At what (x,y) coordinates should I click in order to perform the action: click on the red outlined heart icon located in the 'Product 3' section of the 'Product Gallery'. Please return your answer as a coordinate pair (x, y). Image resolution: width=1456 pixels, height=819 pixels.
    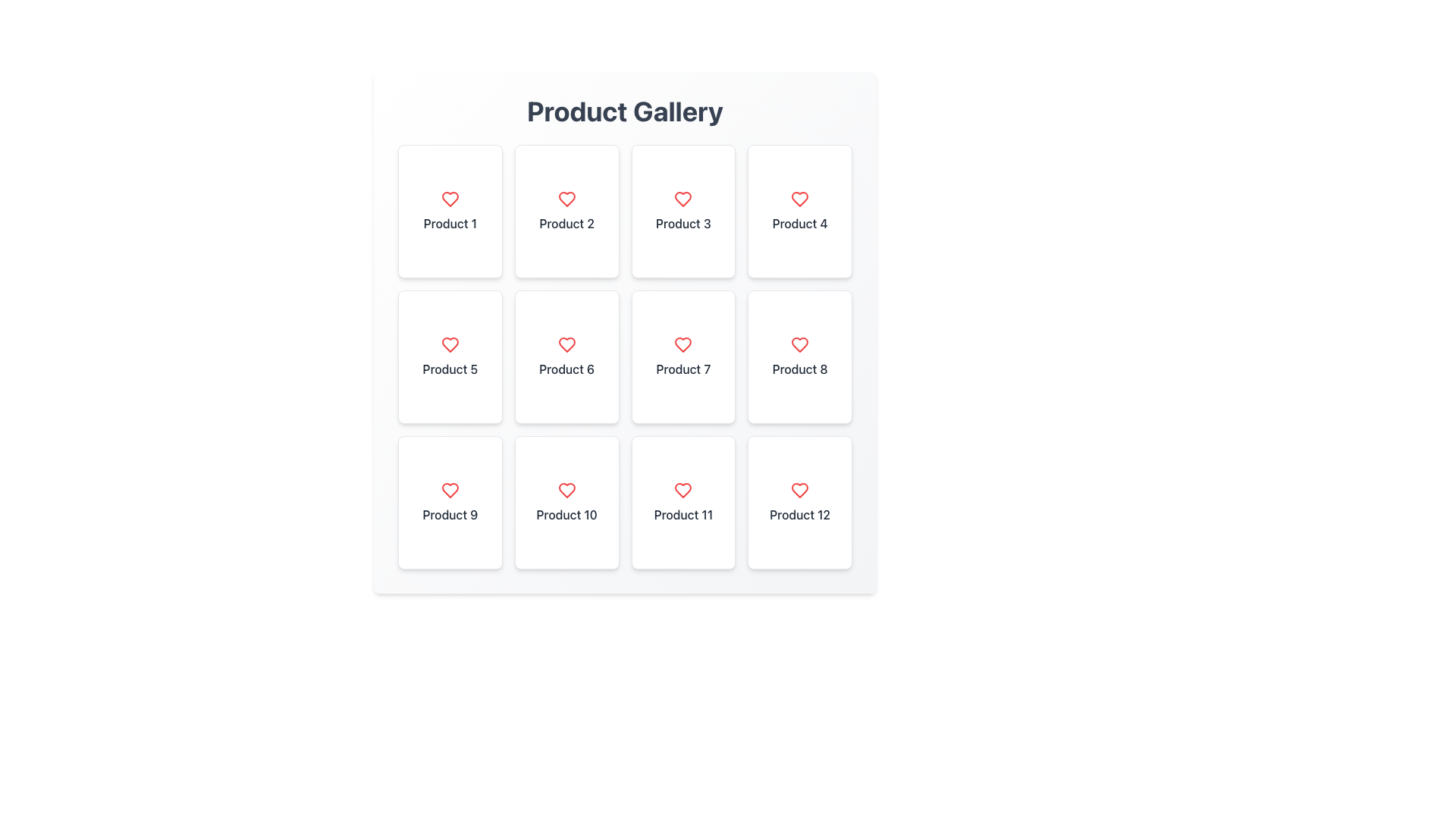
    Looking at the image, I should click on (682, 198).